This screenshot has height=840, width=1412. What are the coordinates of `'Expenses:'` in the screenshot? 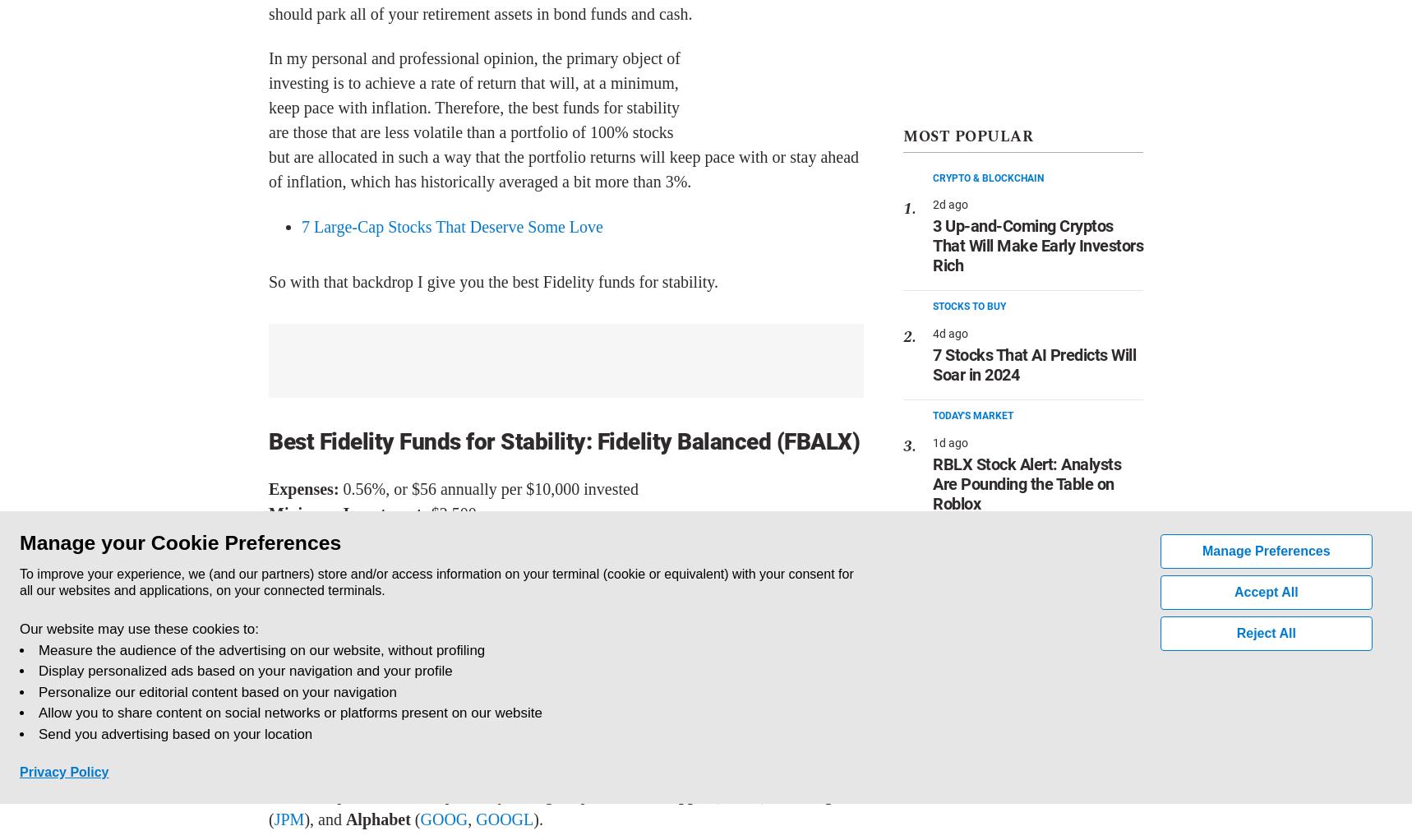 It's located at (304, 488).